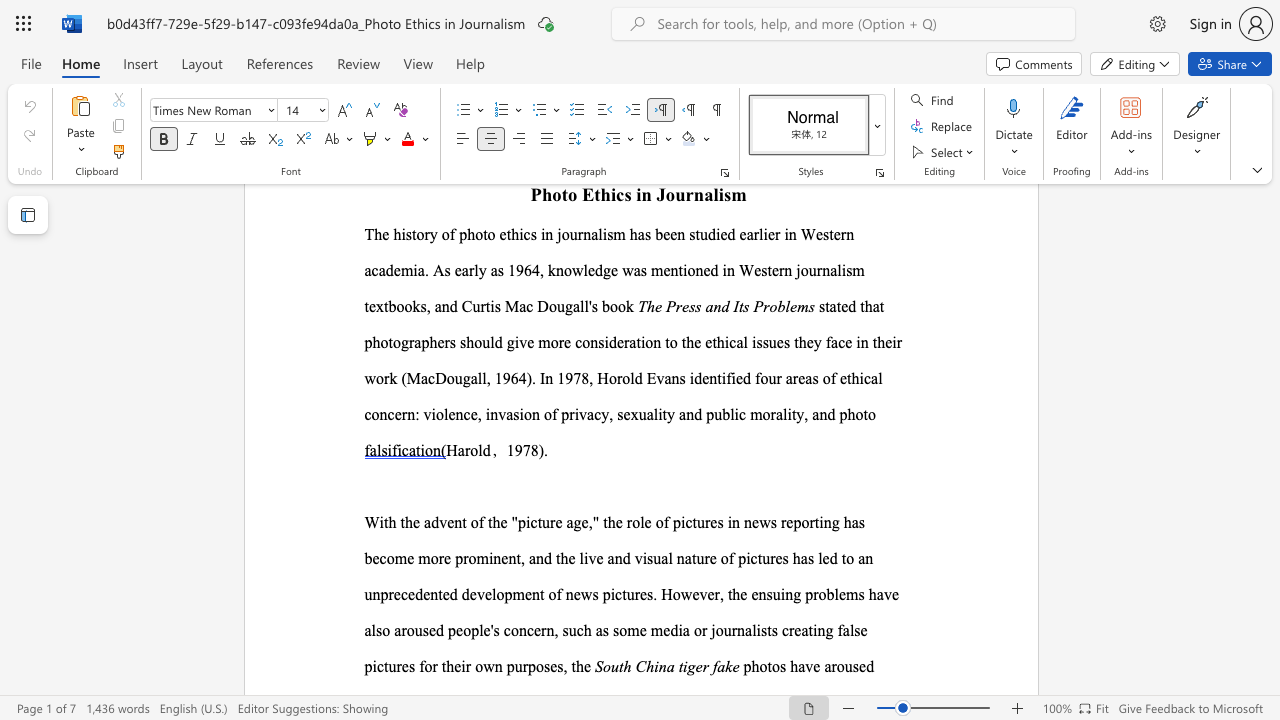  Describe the element at coordinates (665, 341) in the screenshot. I see `the subset text "to the ethical issues they face in the" within the text "that photographers should give more consideration to the ethical issues they face in their work"` at that location.